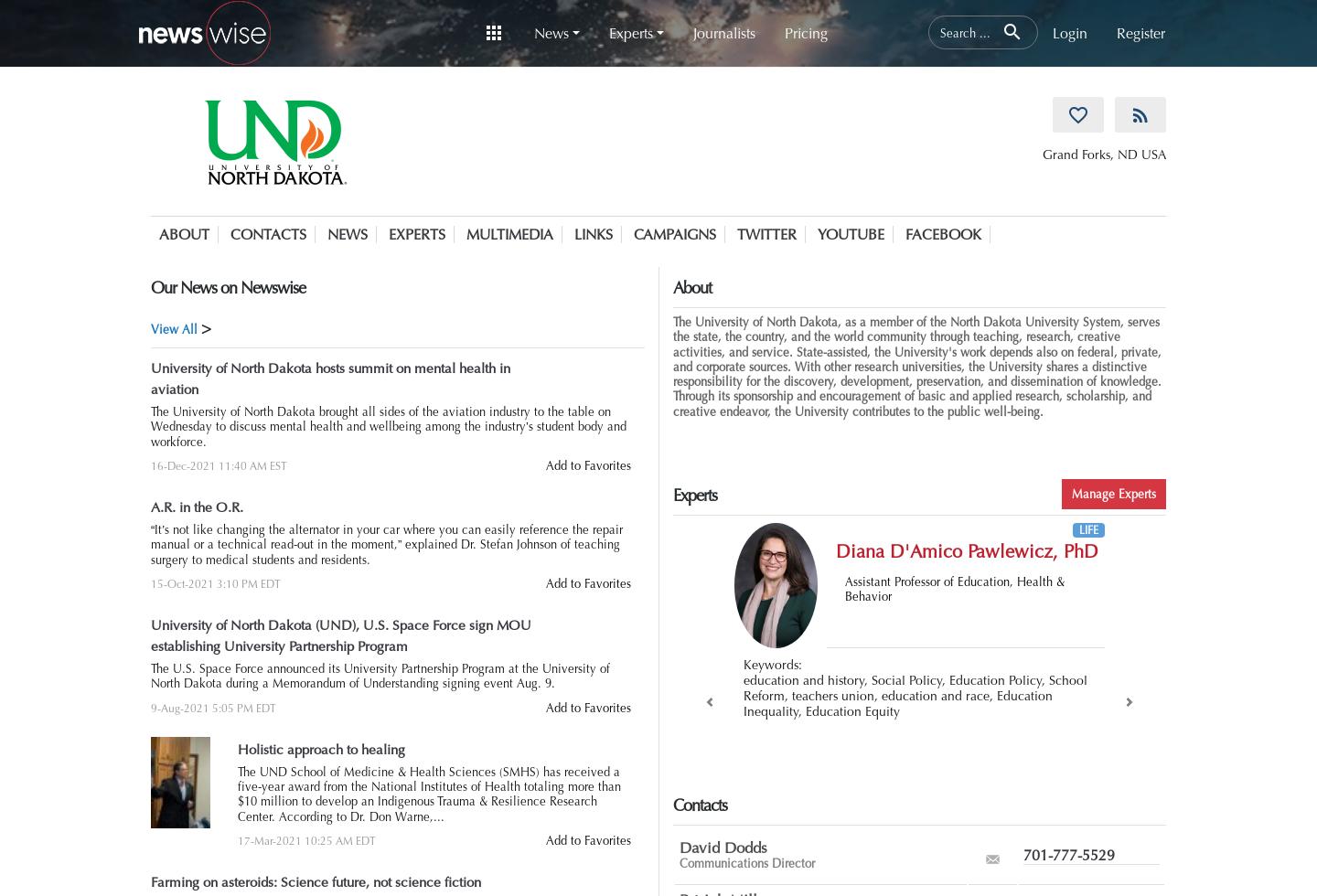 This screenshot has width=1317, height=896. Describe the element at coordinates (679, 847) in the screenshot. I see `'David Dodds'` at that location.